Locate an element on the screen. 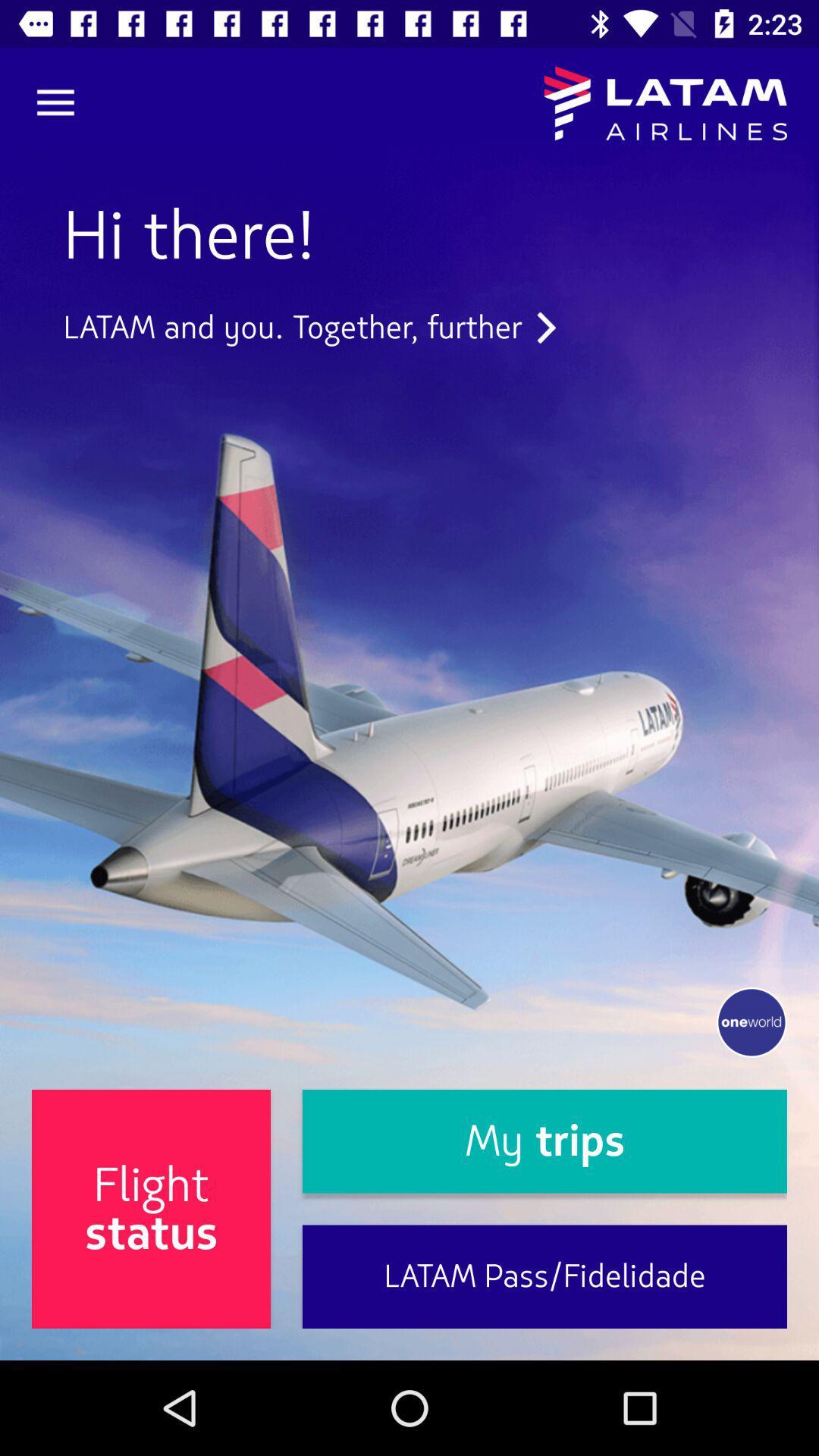 This screenshot has height=1456, width=819. icon below the hi there! icon is located at coordinates (309, 327).